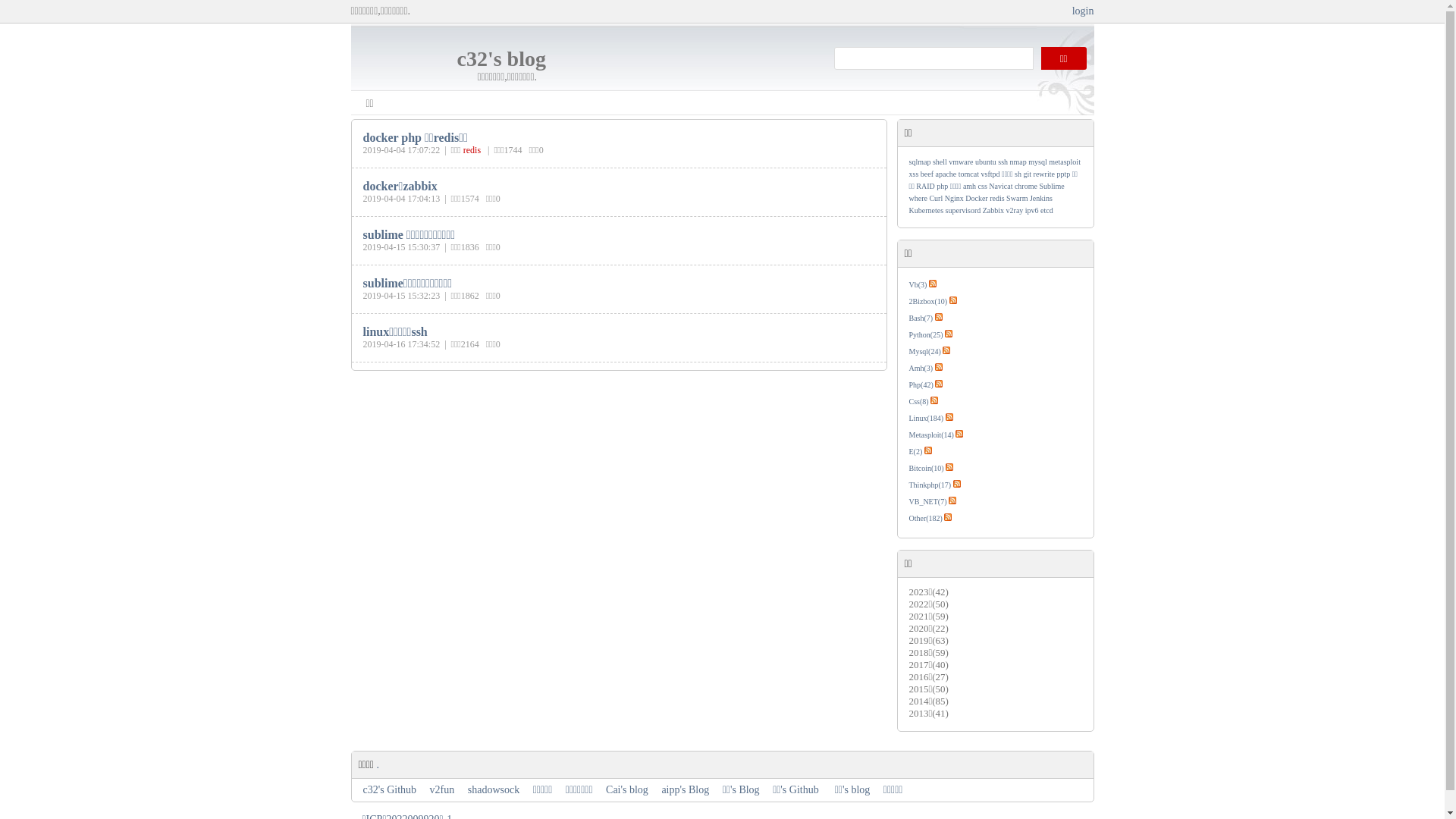 The image size is (1456, 819). I want to click on 'login', so click(1072, 11).